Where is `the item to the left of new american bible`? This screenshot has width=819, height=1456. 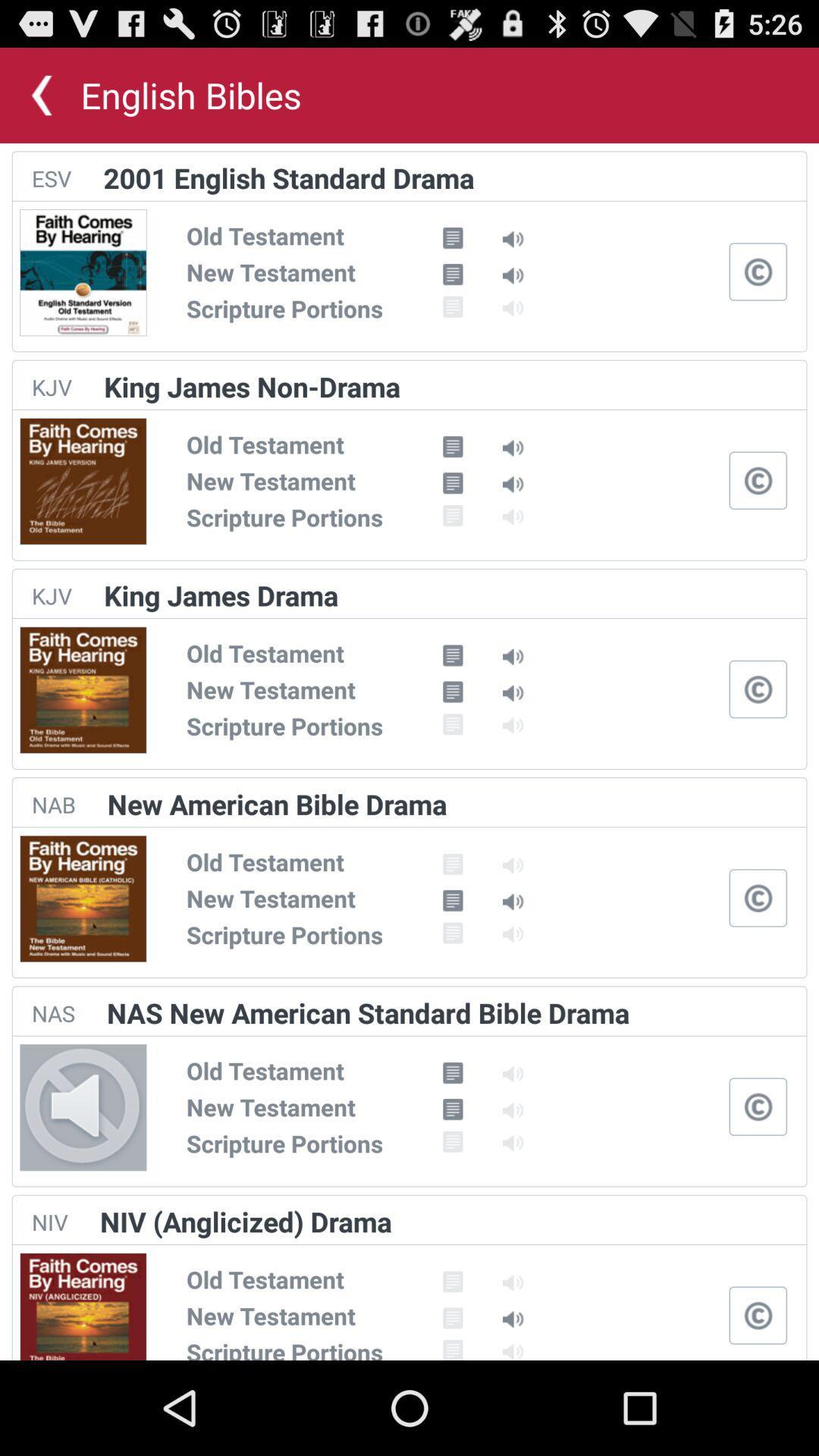
the item to the left of new american bible is located at coordinates (52, 803).